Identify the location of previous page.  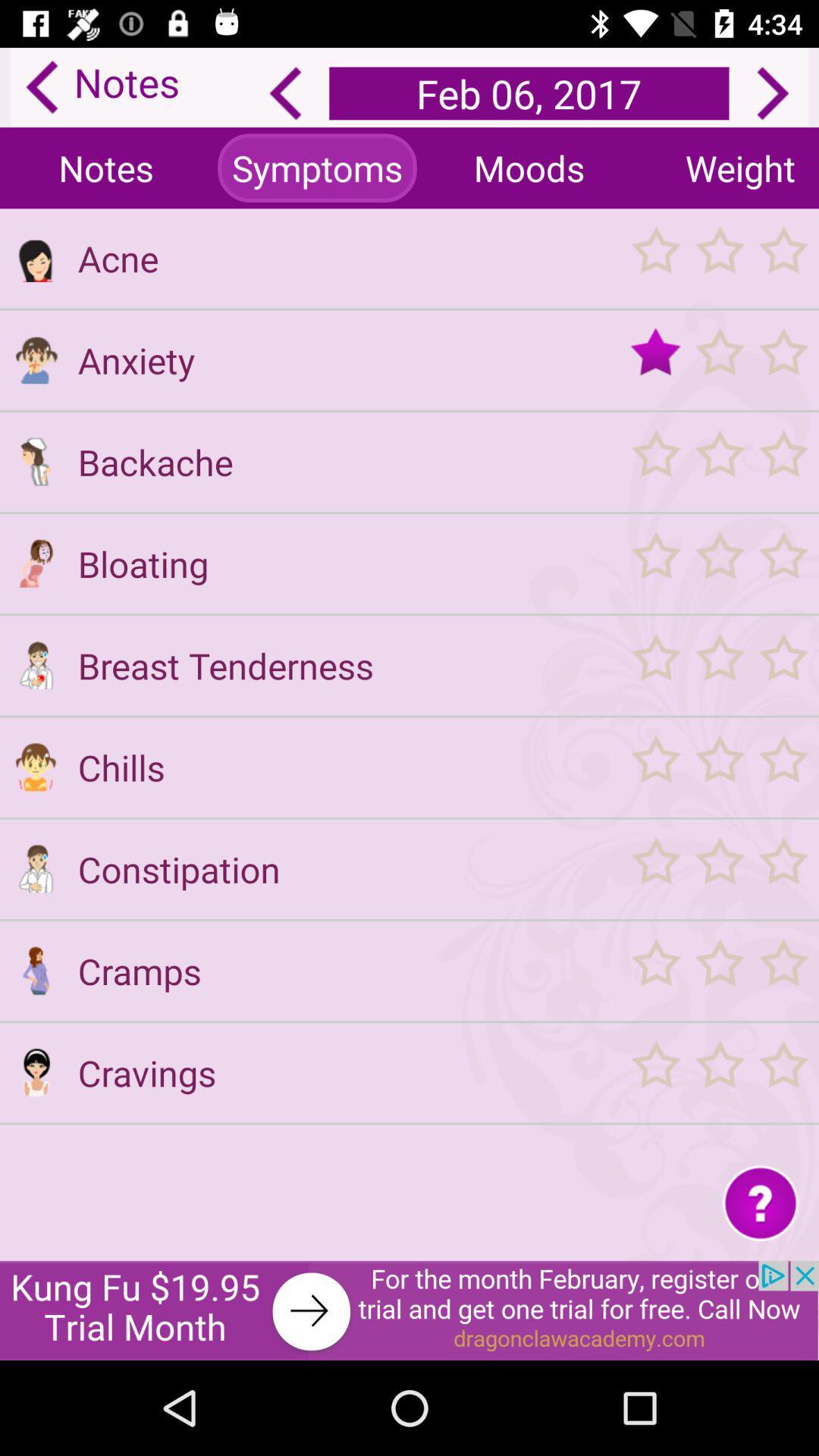
(285, 93).